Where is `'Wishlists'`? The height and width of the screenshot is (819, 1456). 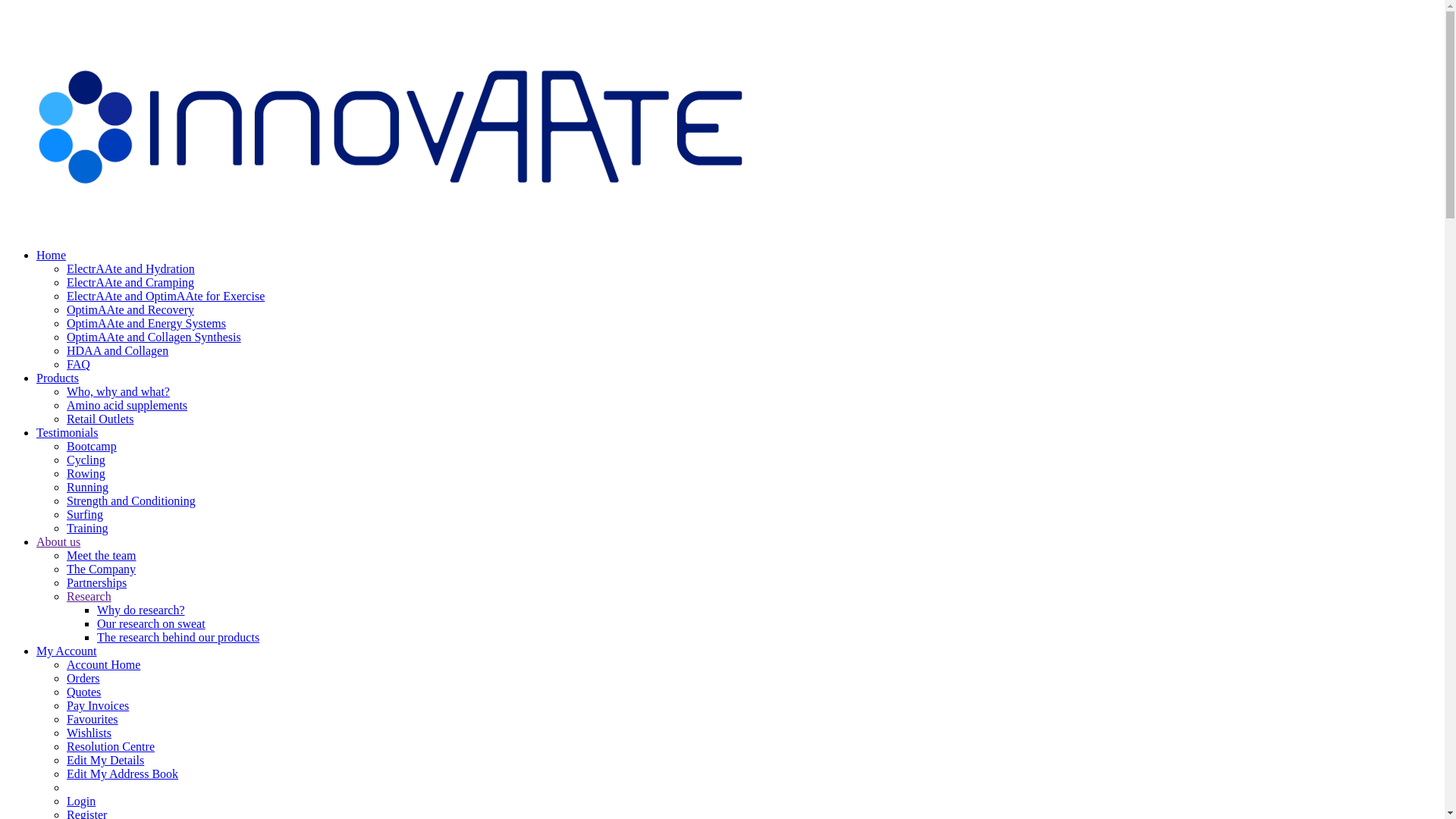
'Wishlists' is located at coordinates (88, 732).